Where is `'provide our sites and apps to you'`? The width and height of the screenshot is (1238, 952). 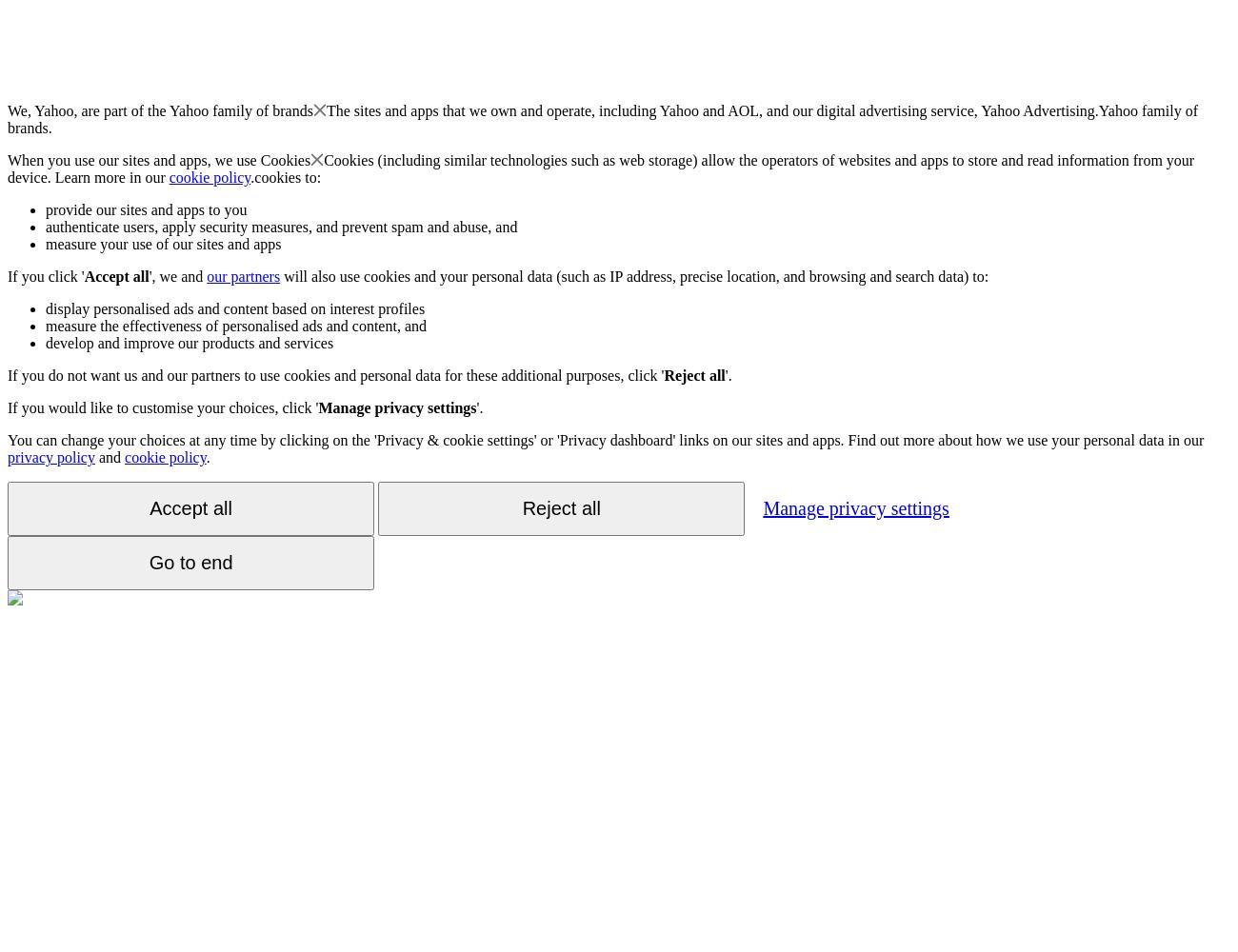
'provide our sites and apps to you' is located at coordinates (145, 208).